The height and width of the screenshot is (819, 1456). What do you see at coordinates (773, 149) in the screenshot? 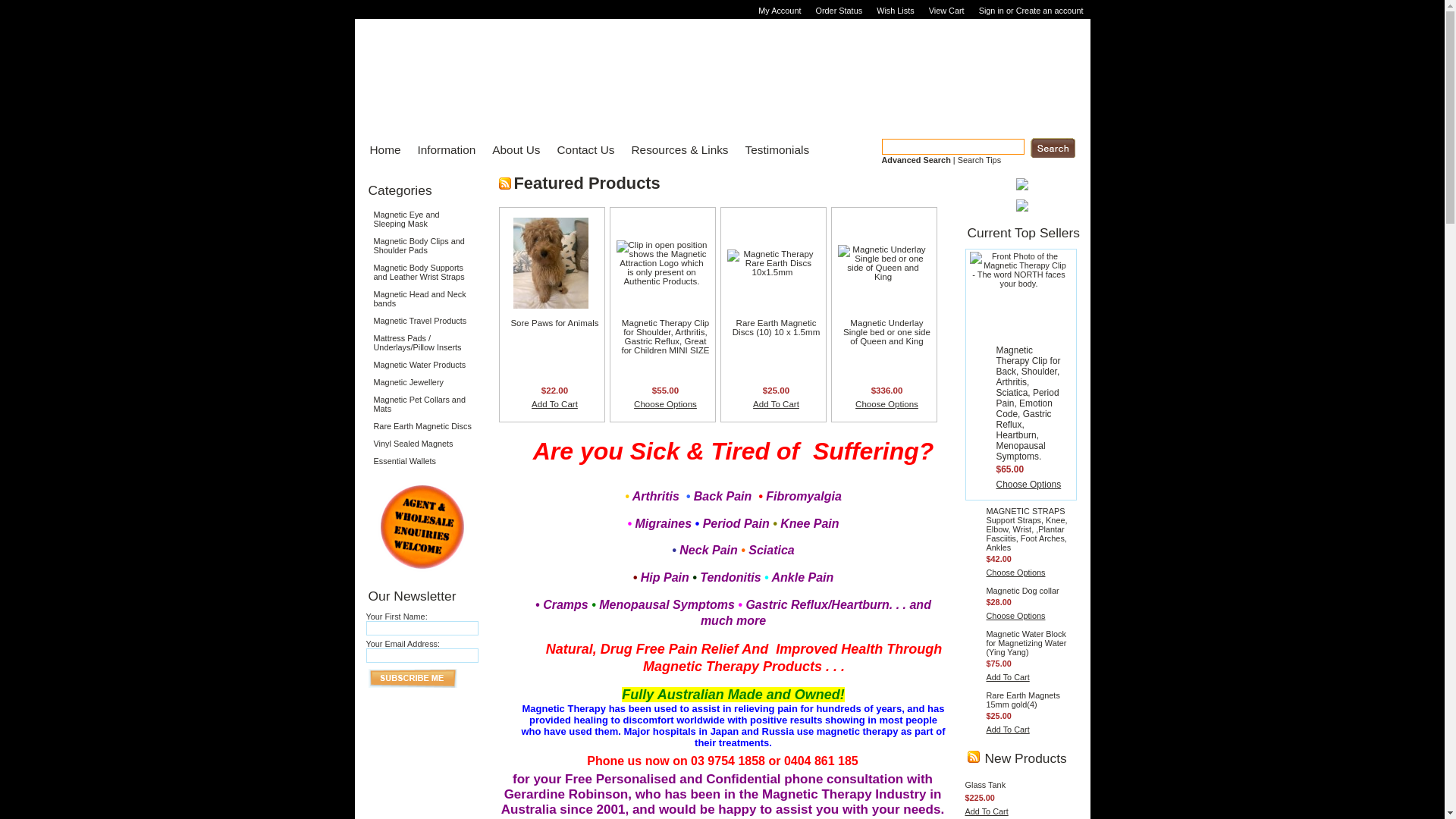
I see `'Testimonials'` at bounding box center [773, 149].